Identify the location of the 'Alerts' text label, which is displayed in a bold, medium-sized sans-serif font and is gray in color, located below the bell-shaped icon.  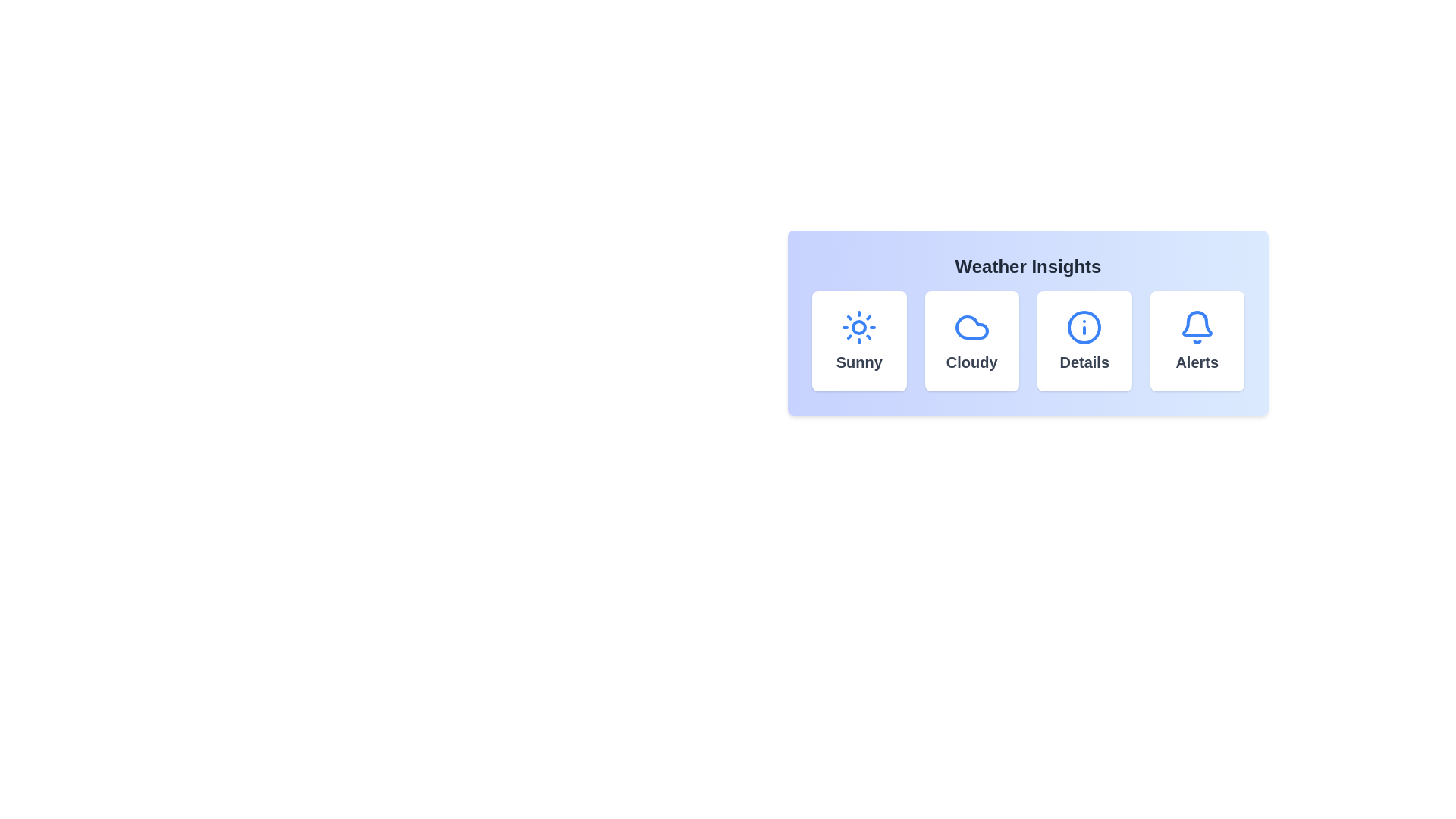
(1196, 362).